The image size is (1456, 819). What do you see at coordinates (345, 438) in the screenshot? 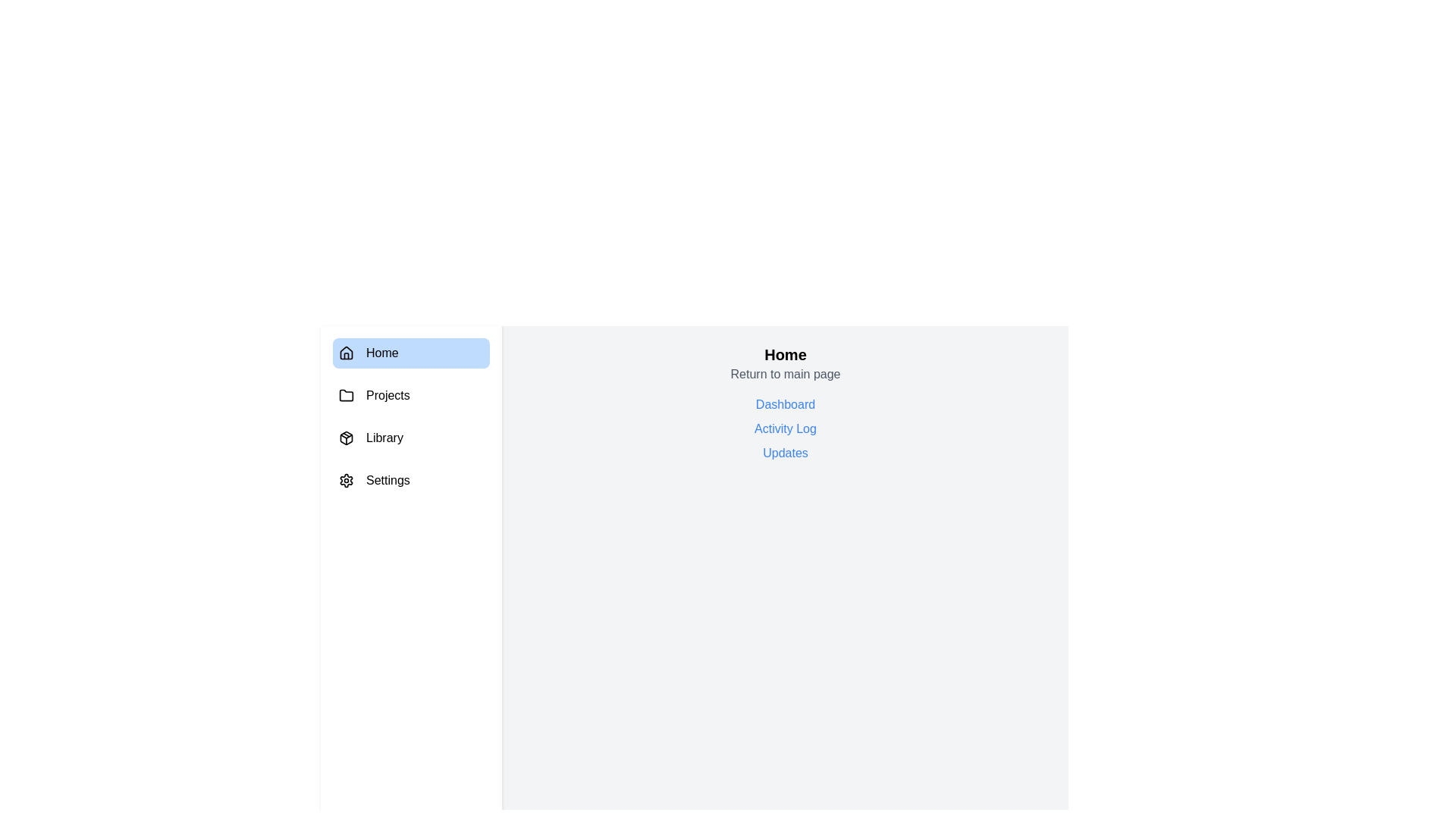
I see `the 'Library' icon in the sidebar menu, located between the 'Projects' and 'Settings' icons to facilitate navigation` at bounding box center [345, 438].